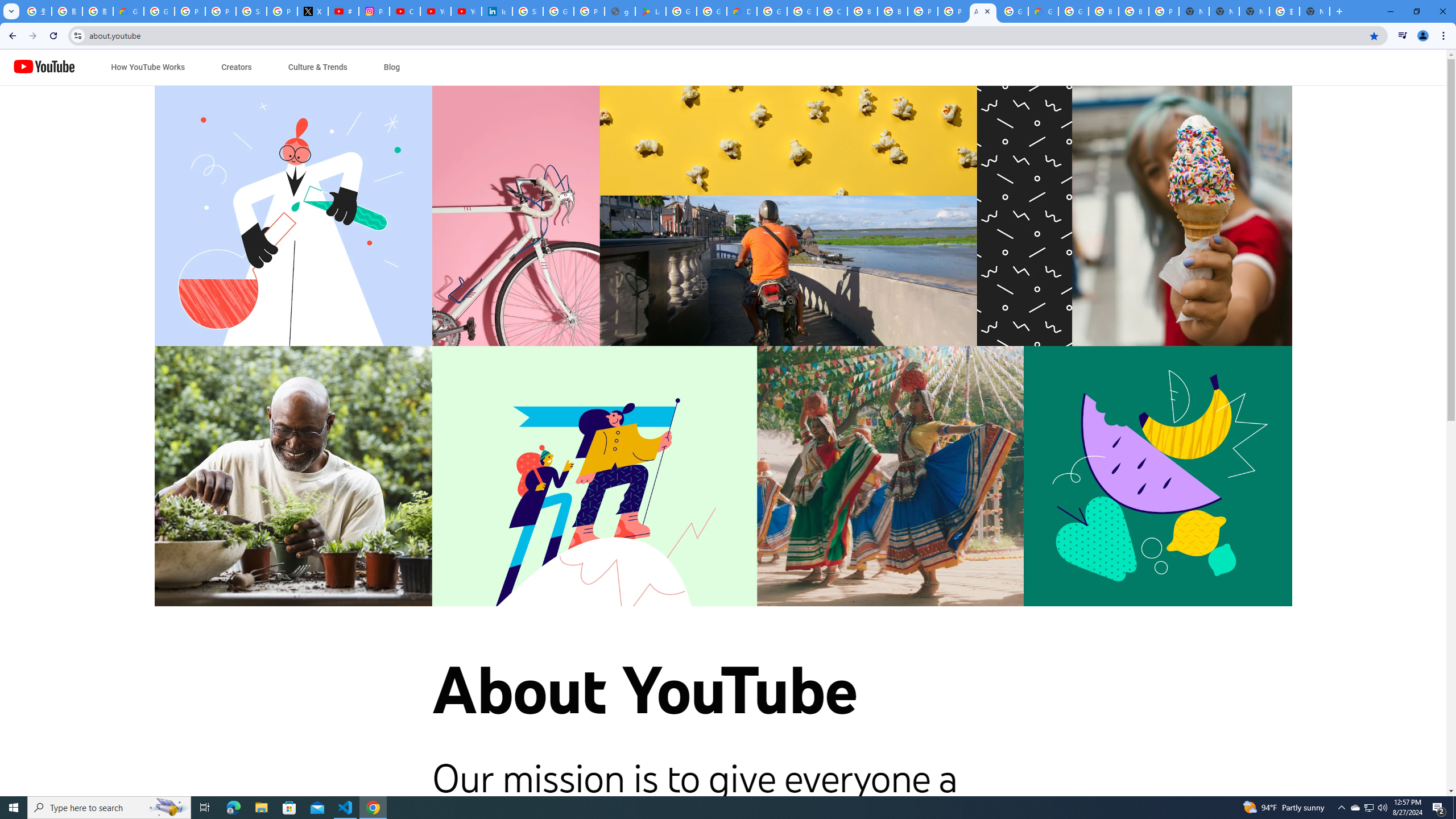 Image resolution: width=1456 pixels, height=819 pixels. What do you see at coordinates (106, 67) in the screenshot?
I see `'Jump to content'` at bounding box center [106, 67].